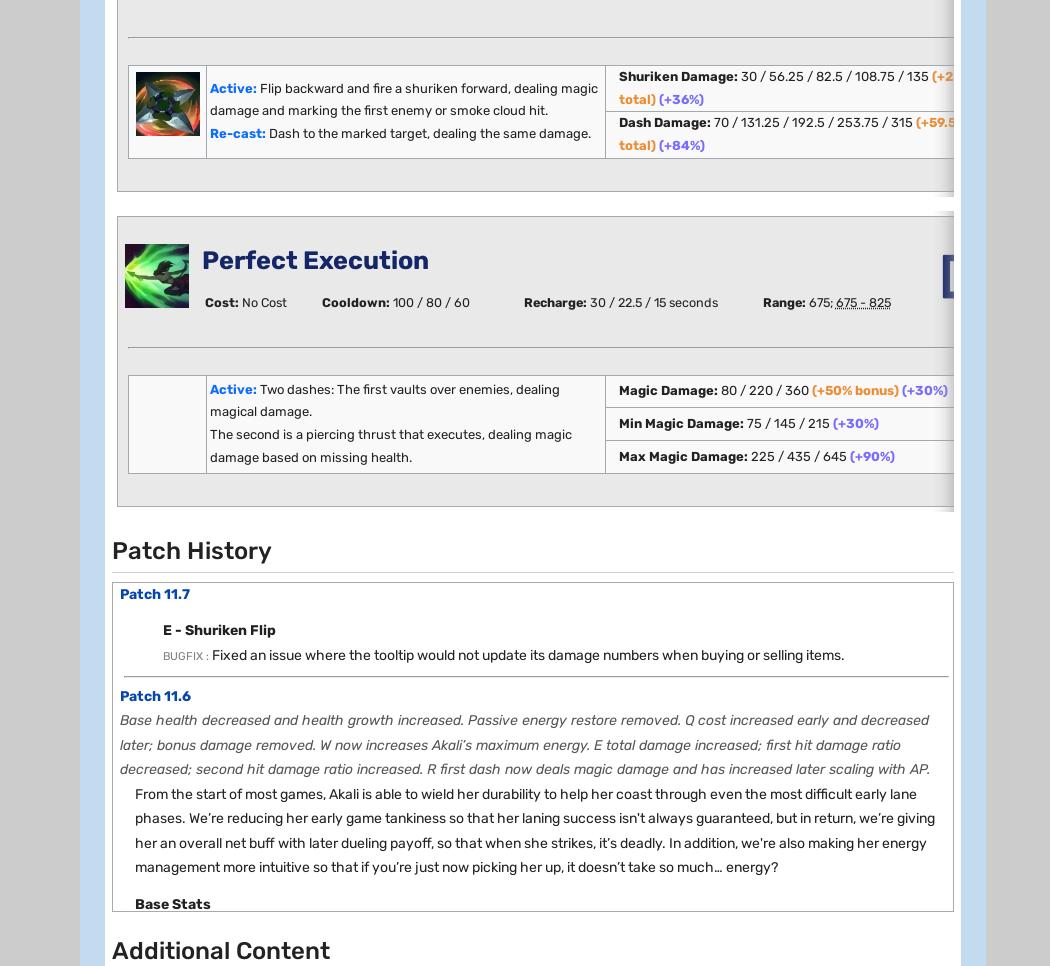 This screenshot has height=966, width=1050. What do you see at coordinates (301, 911) in the screenshot?
I see `'[100/150/200]'` at bounding box center [301, 911].